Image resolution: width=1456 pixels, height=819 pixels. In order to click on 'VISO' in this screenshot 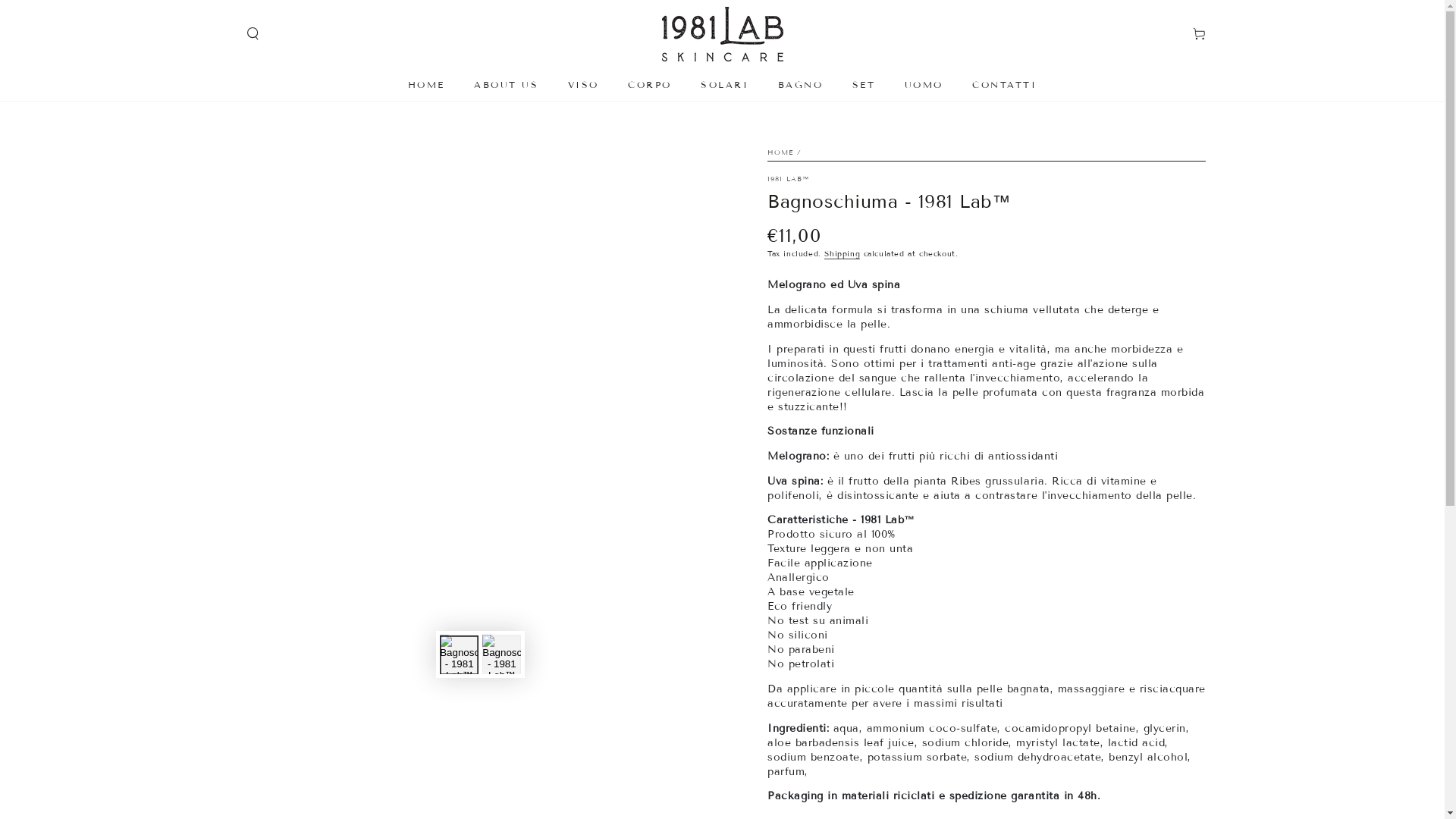, I will do `click(582, 84)`.